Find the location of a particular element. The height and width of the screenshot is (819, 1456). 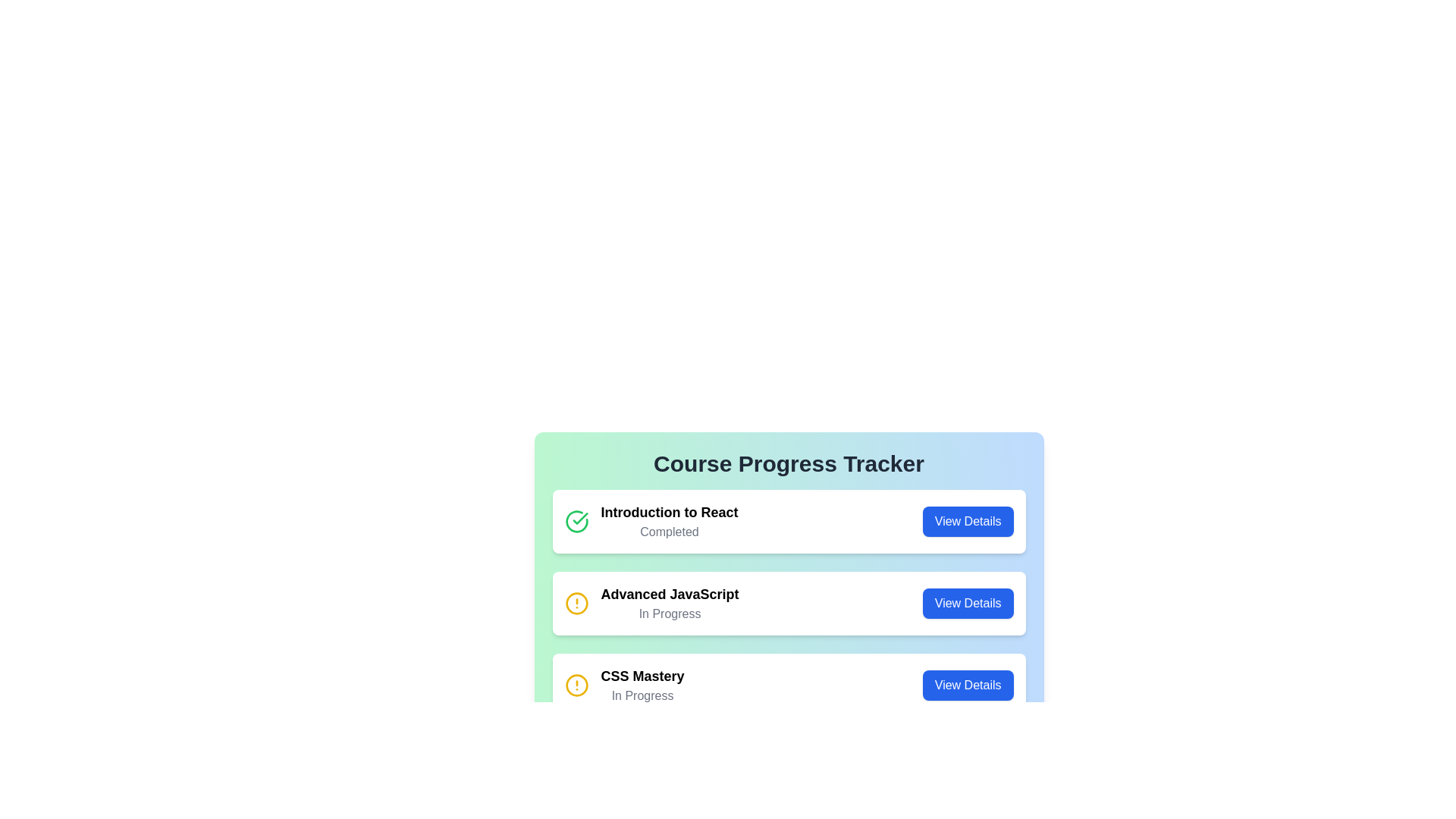

the 'Advanced JavaScript' course progress indicator, which displays the title and current progress status, located as the second item in the vertical list of course progress cards is located at coordinates (651, 602).